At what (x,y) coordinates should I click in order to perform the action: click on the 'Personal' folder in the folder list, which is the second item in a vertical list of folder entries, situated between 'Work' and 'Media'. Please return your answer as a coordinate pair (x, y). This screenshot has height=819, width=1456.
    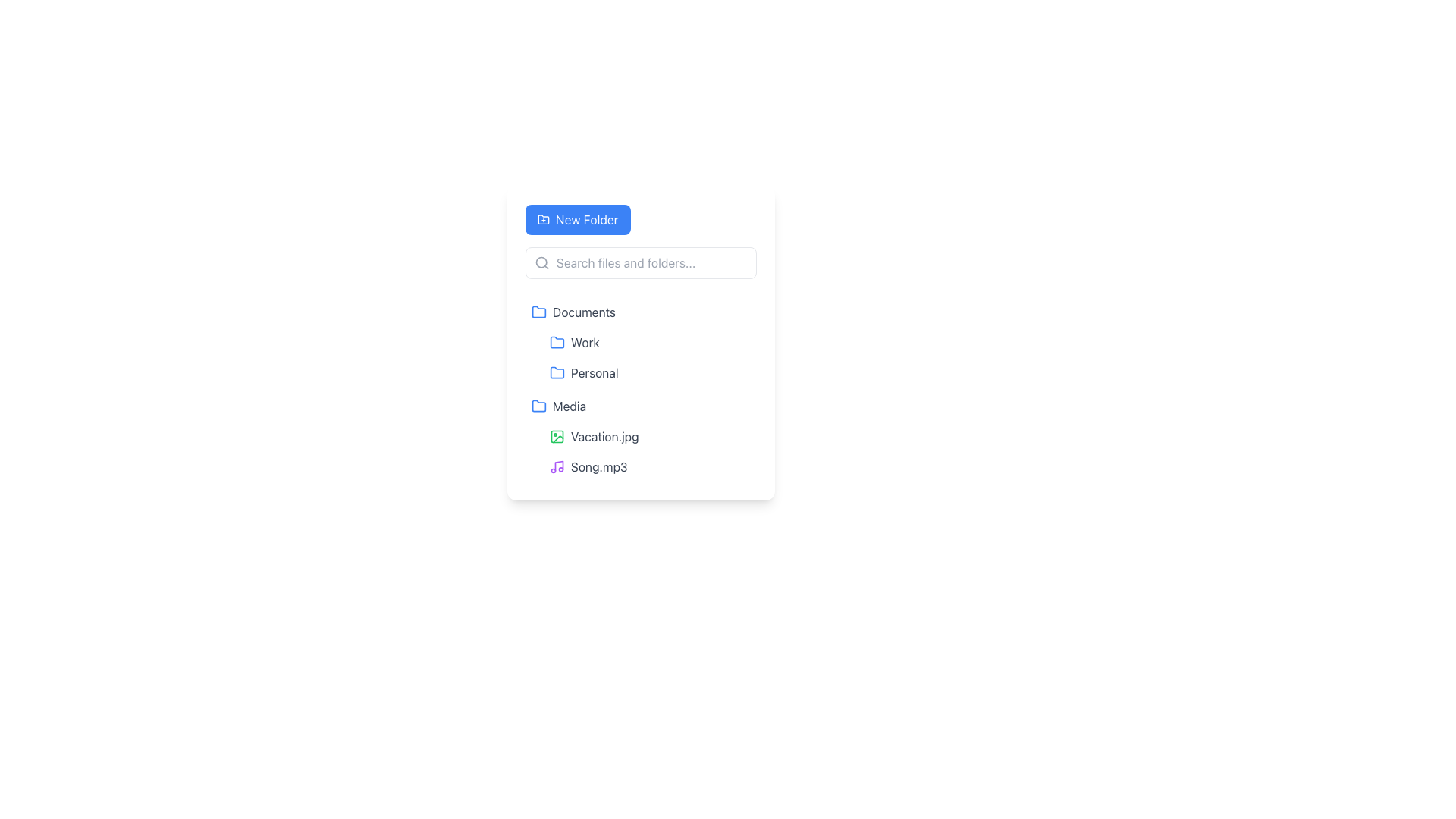
    Looking at the image, I should click on (650, 373).